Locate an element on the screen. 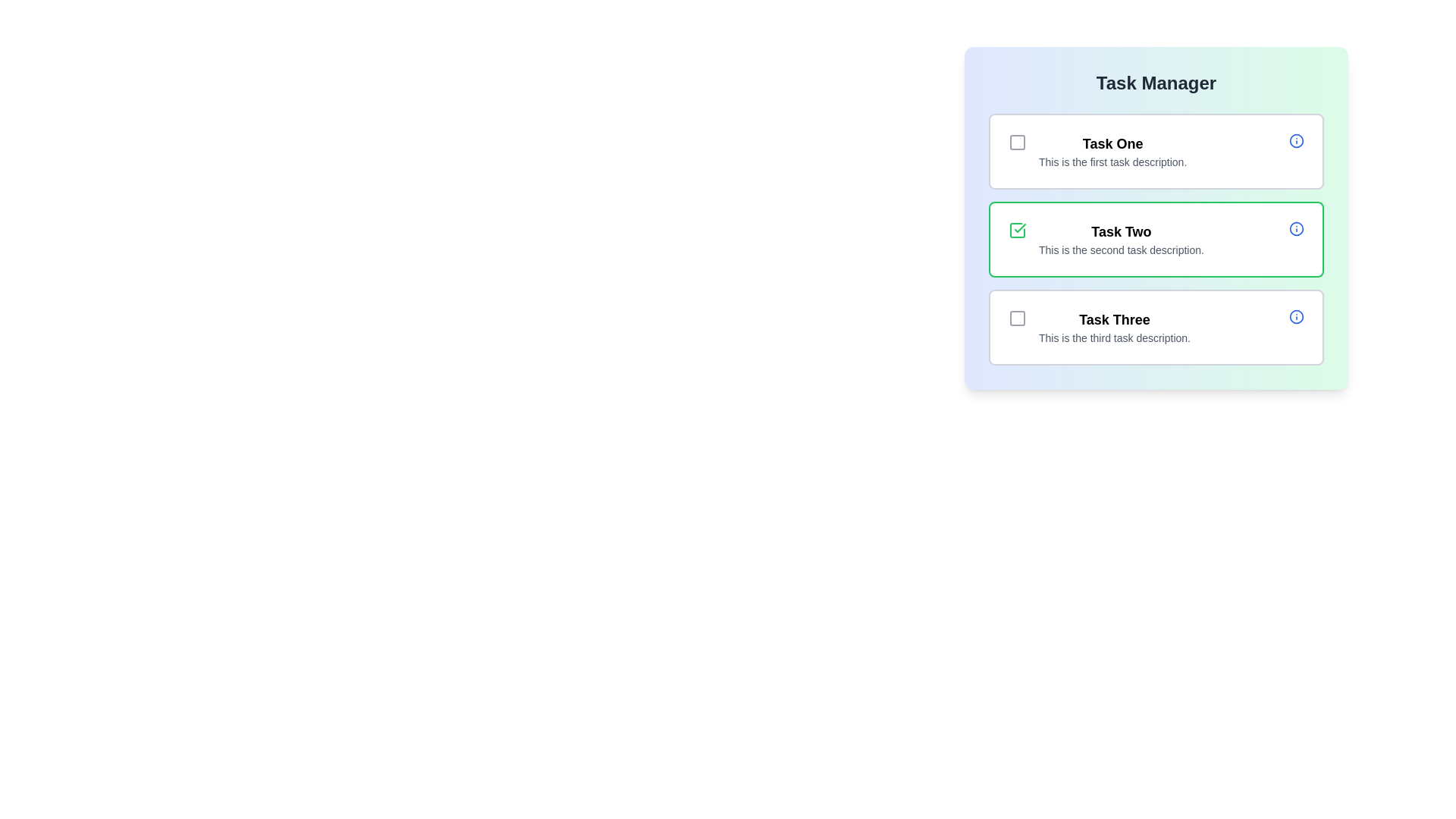  the static text element that provides information about the third task in the task manager interface, located below 'Task Three' is located at coordinates (1114, 337).